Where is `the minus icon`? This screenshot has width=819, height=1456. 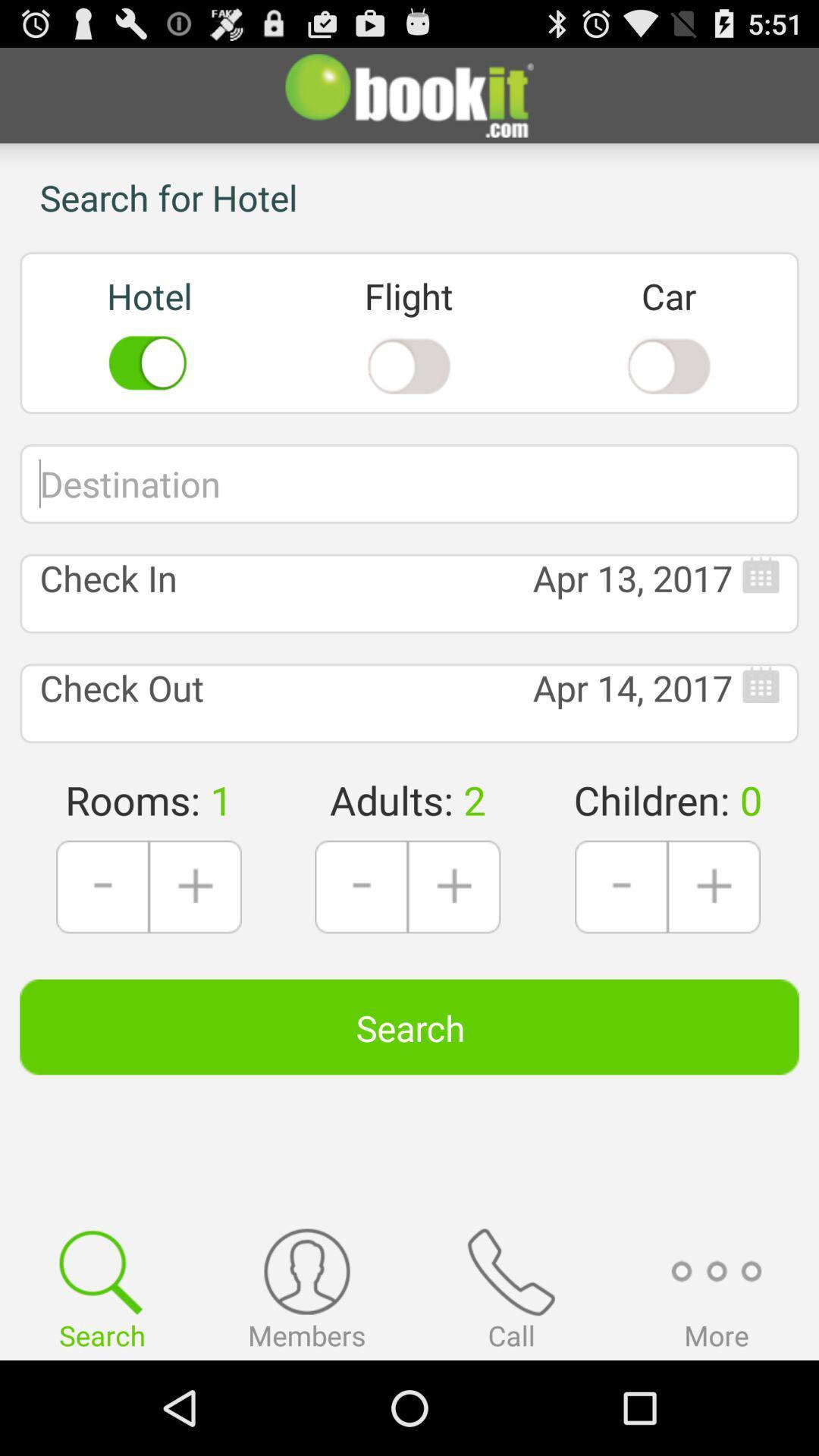 the minus icon is located at coordinates (361, 948).